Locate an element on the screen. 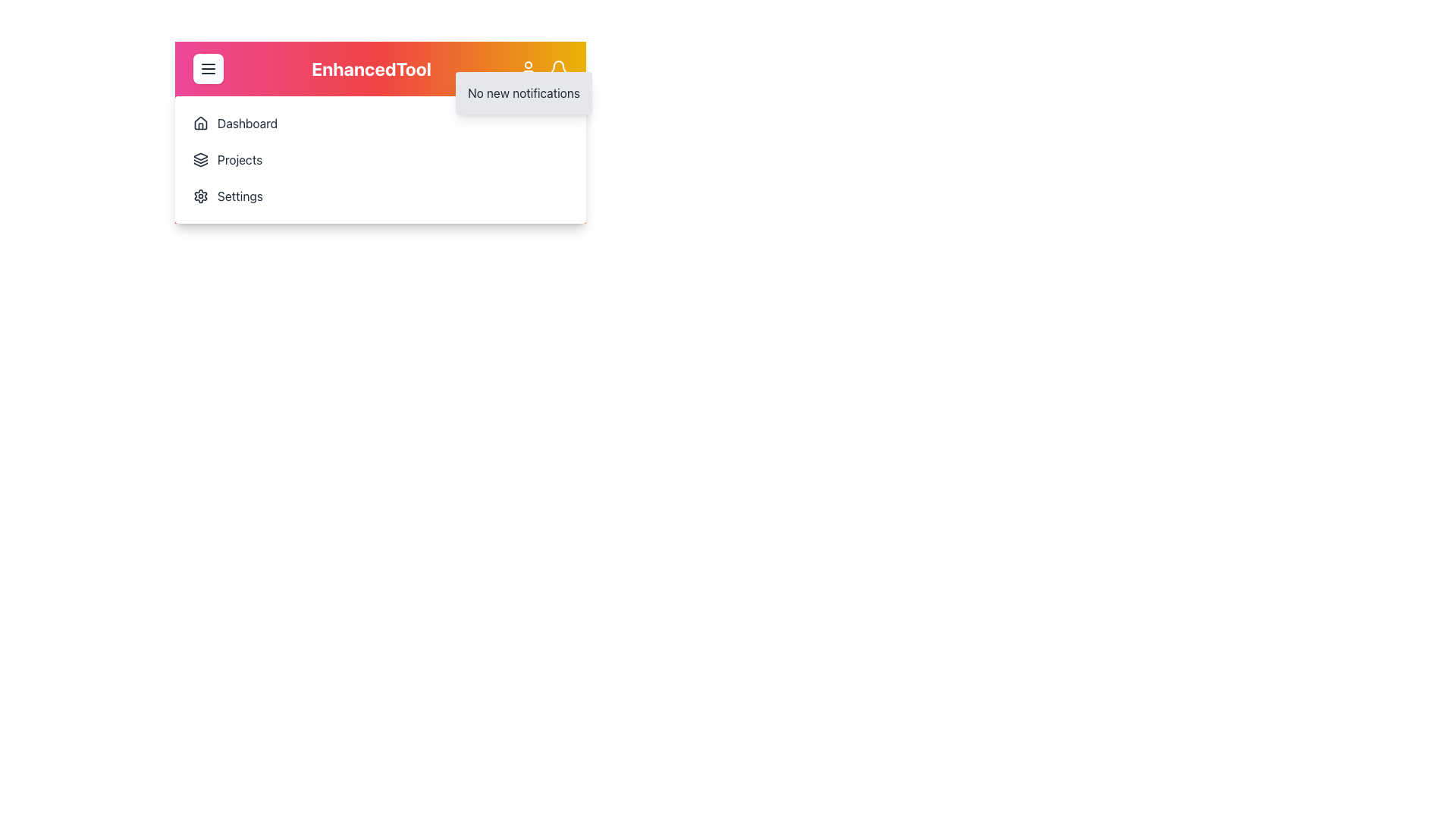 This screenshot has width=1456, height=819. the gear icon located to the left of the 'Settings' label in the third list item of the vertical options menu is located at coordinates (199, 195).